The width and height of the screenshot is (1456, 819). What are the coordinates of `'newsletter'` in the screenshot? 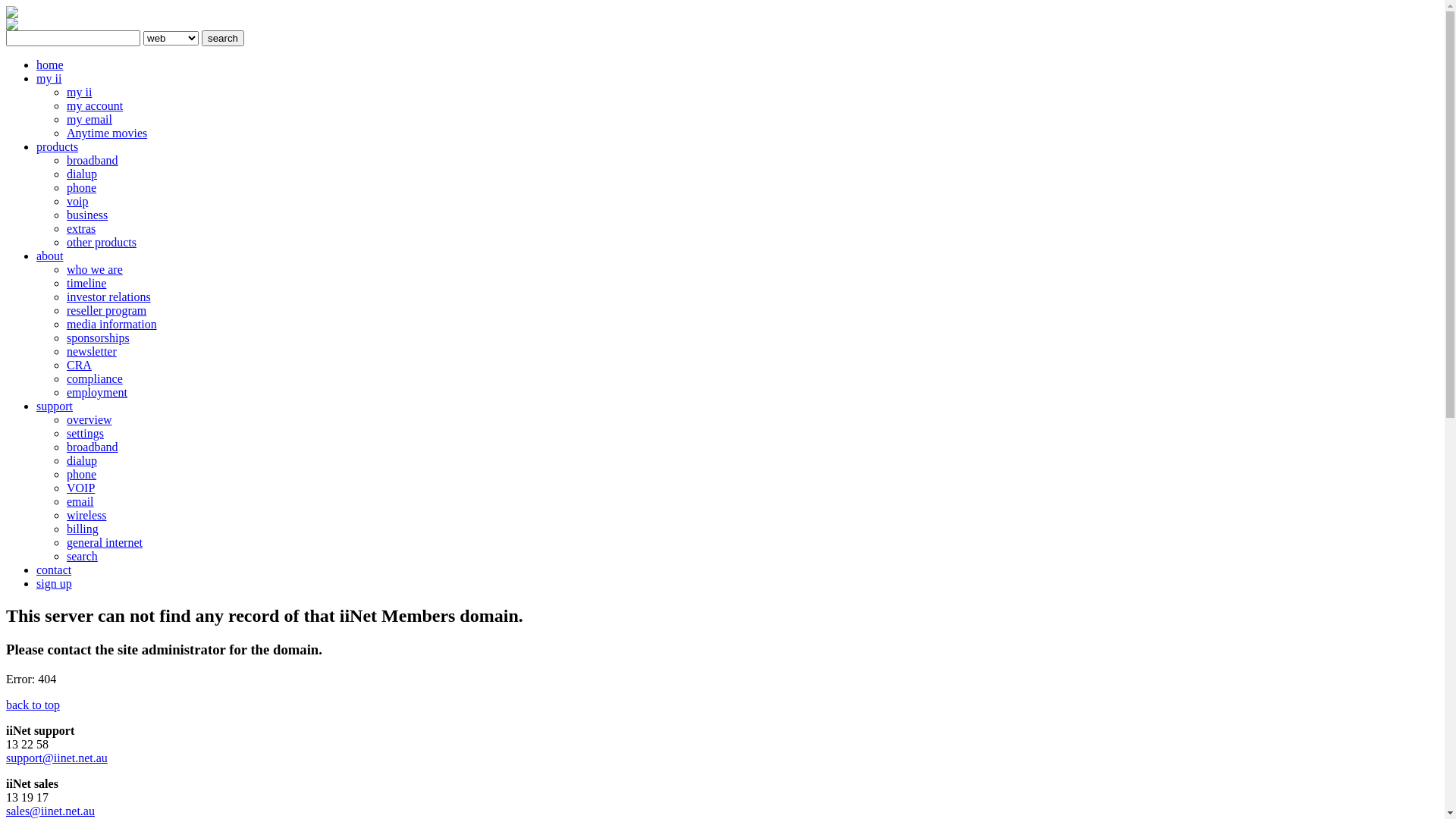 It's located at (65, 351).